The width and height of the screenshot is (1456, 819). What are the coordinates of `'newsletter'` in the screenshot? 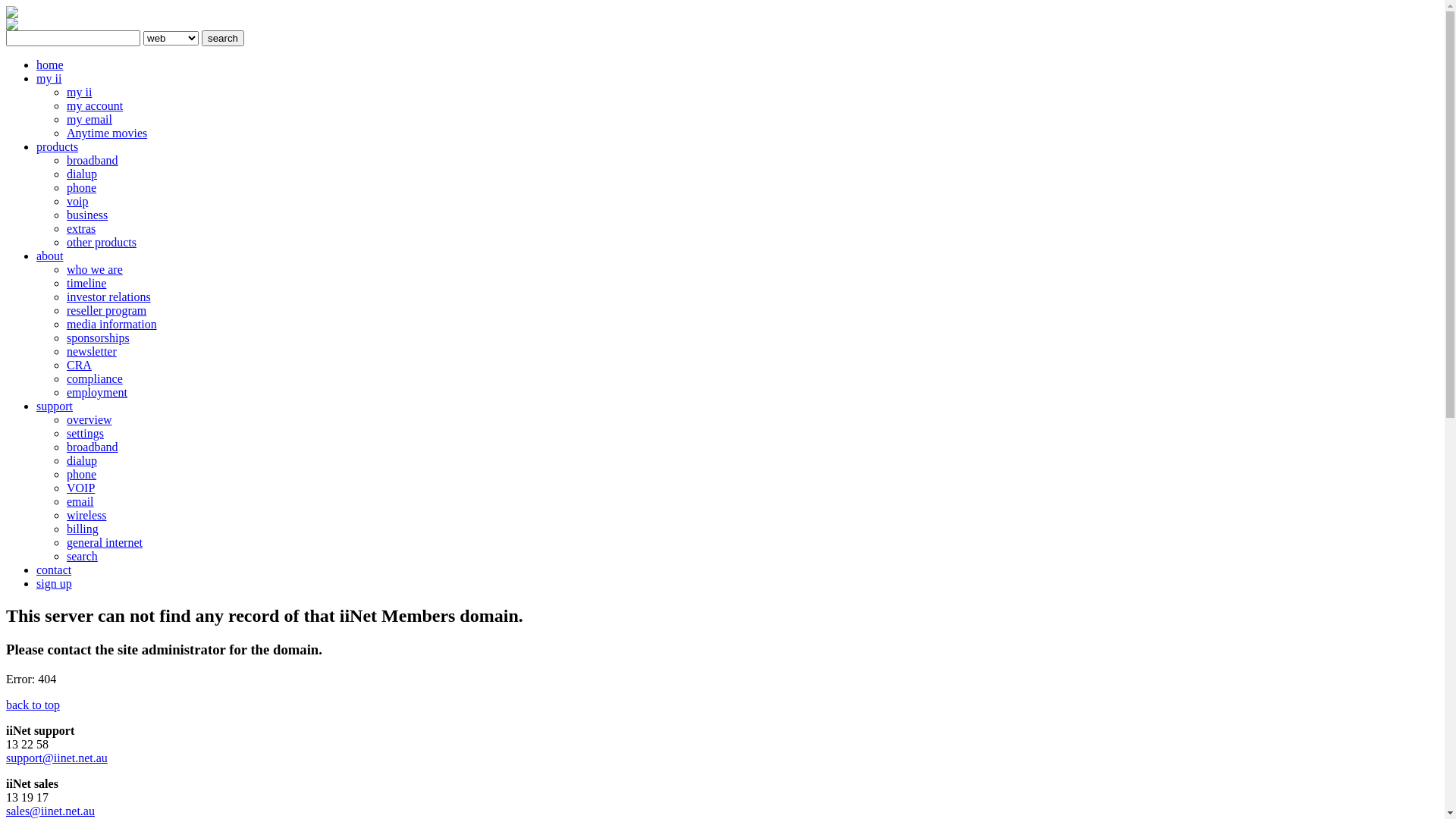 It's located at (65, 351).